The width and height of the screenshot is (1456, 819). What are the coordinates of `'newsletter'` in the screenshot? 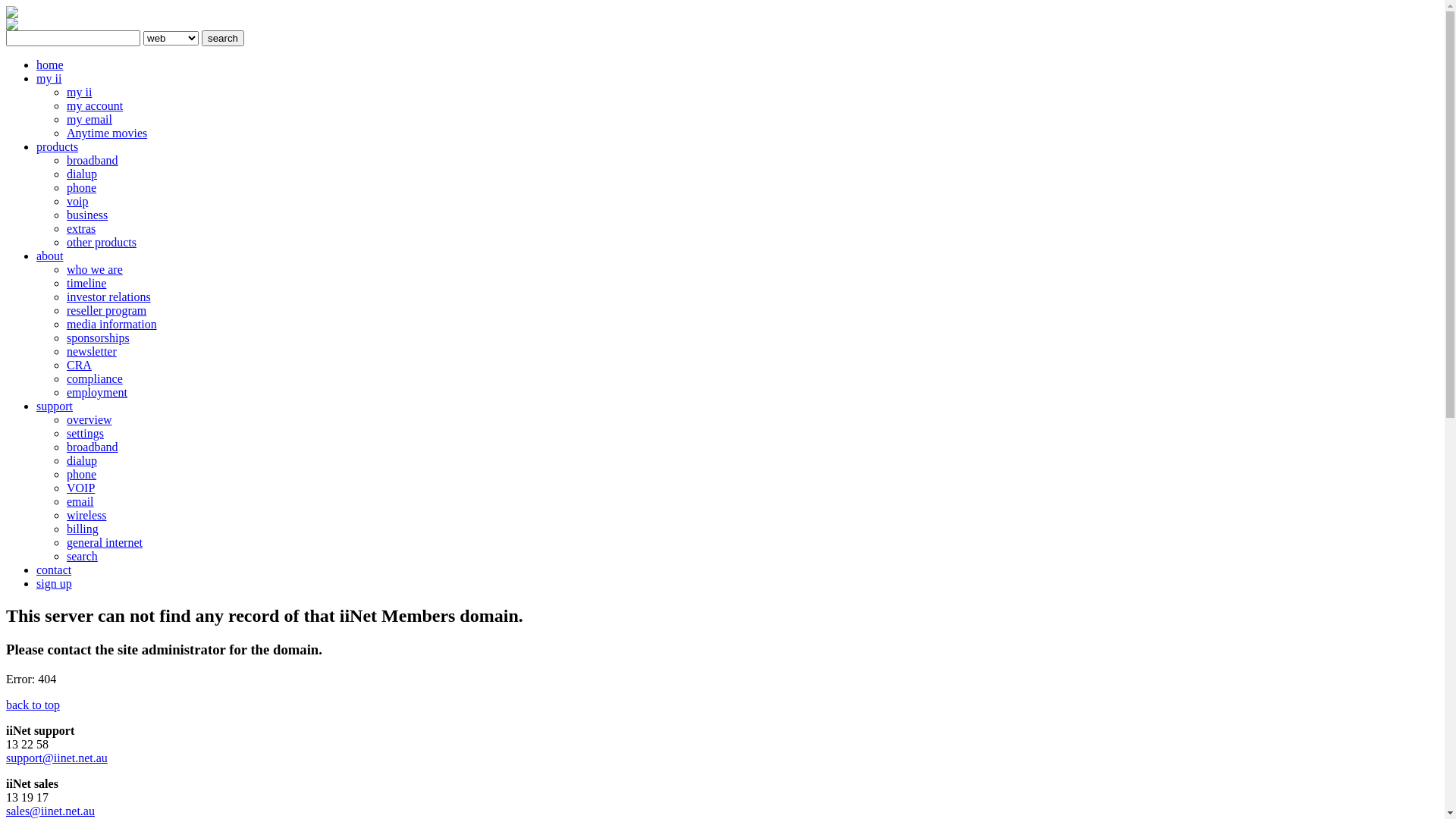 It's located at (65, 351).